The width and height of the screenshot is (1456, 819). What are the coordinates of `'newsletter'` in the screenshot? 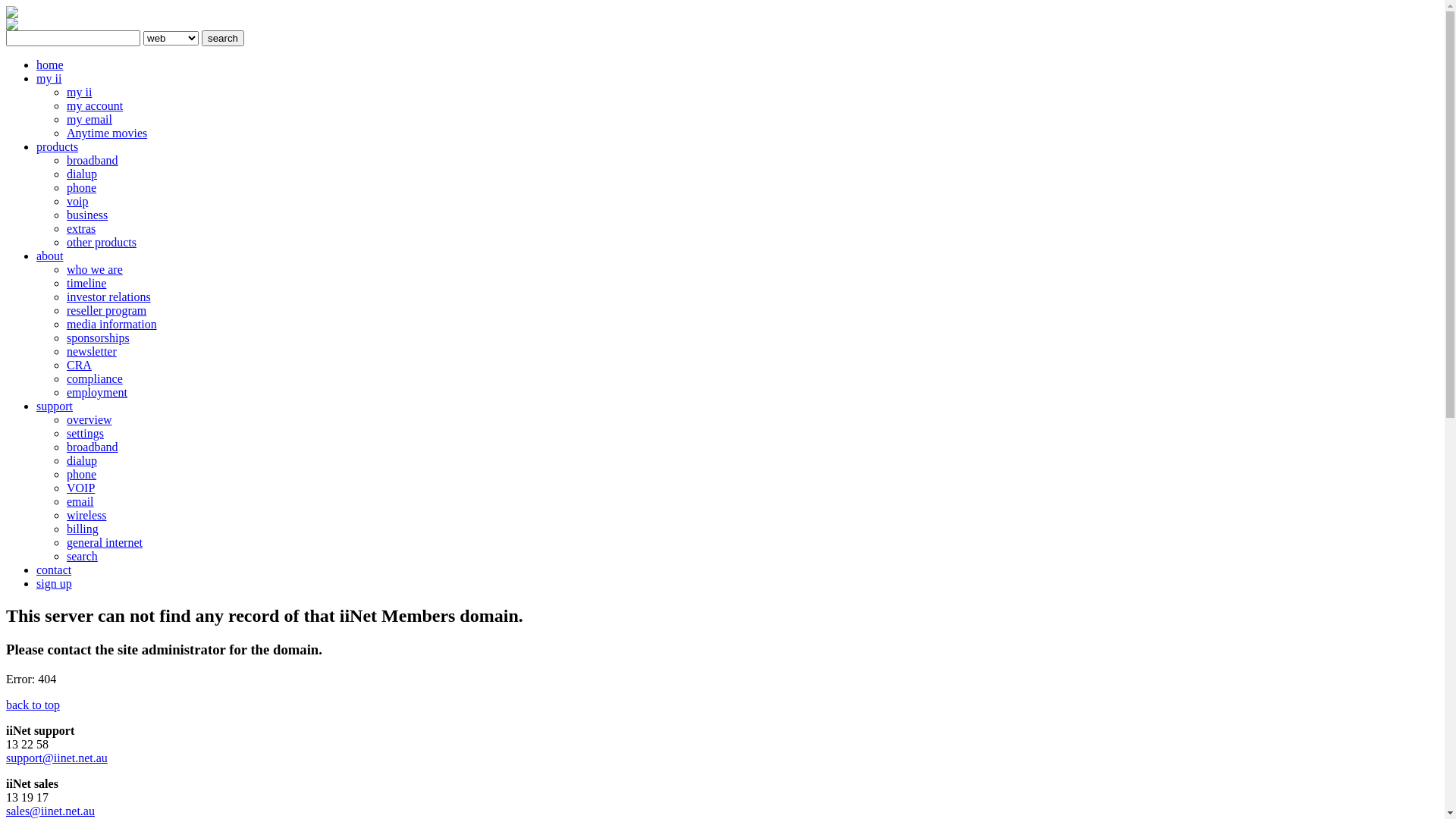 It's located at (65, 351).